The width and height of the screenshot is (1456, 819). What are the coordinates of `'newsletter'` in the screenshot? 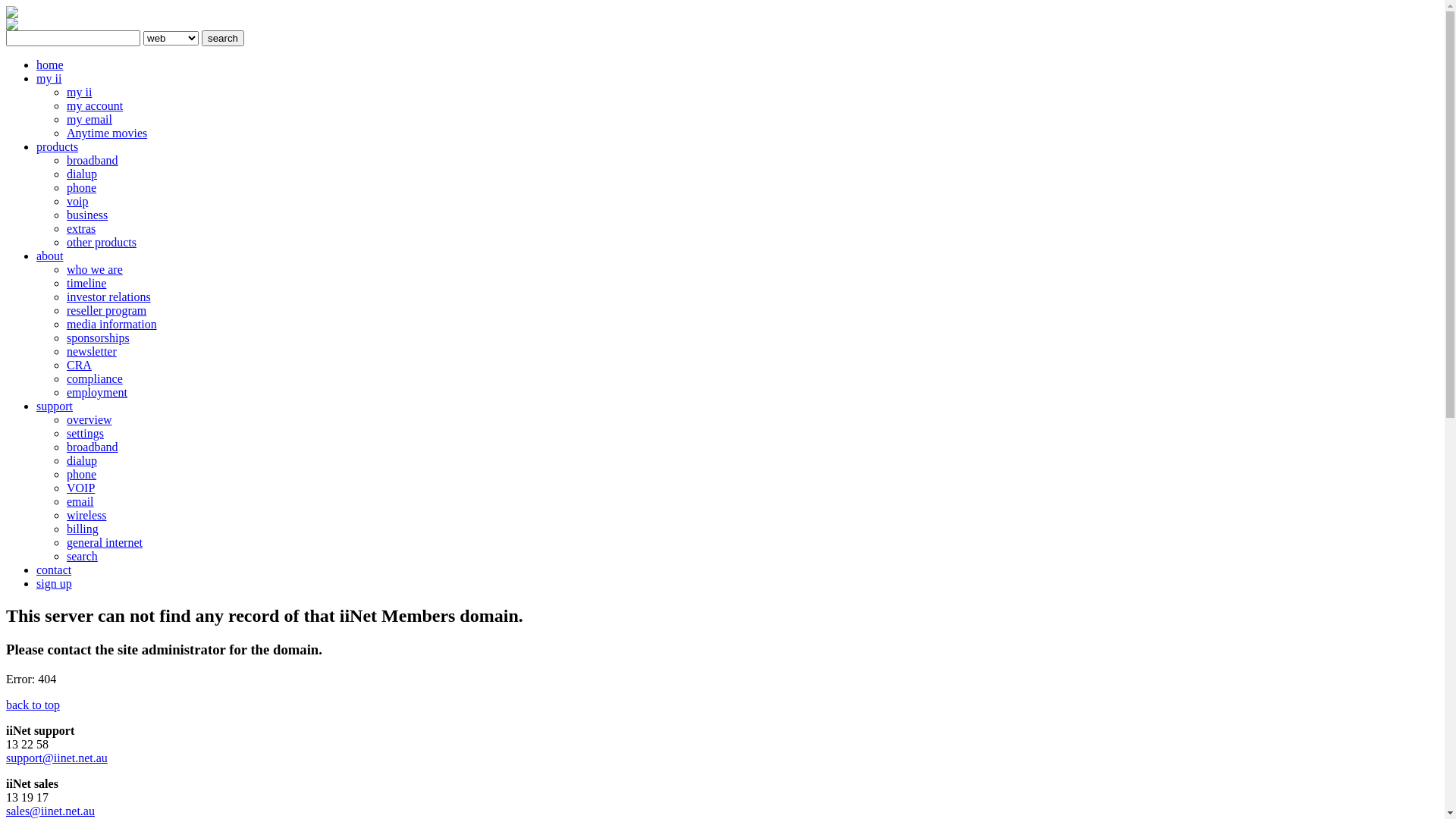 It's located at (65, 351).